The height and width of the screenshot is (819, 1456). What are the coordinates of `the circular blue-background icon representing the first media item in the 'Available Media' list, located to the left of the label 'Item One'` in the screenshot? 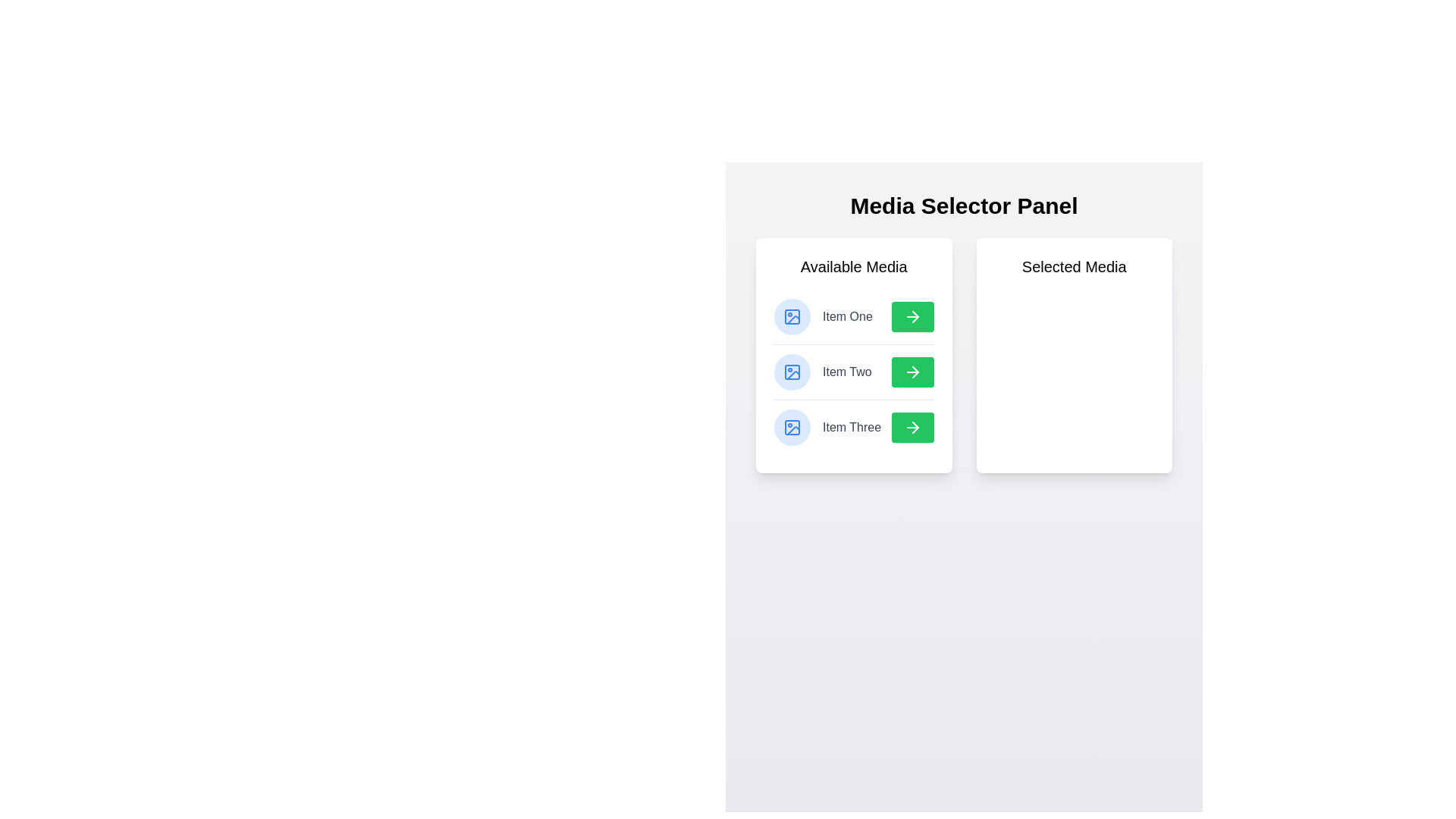 It's located at (792, 315).